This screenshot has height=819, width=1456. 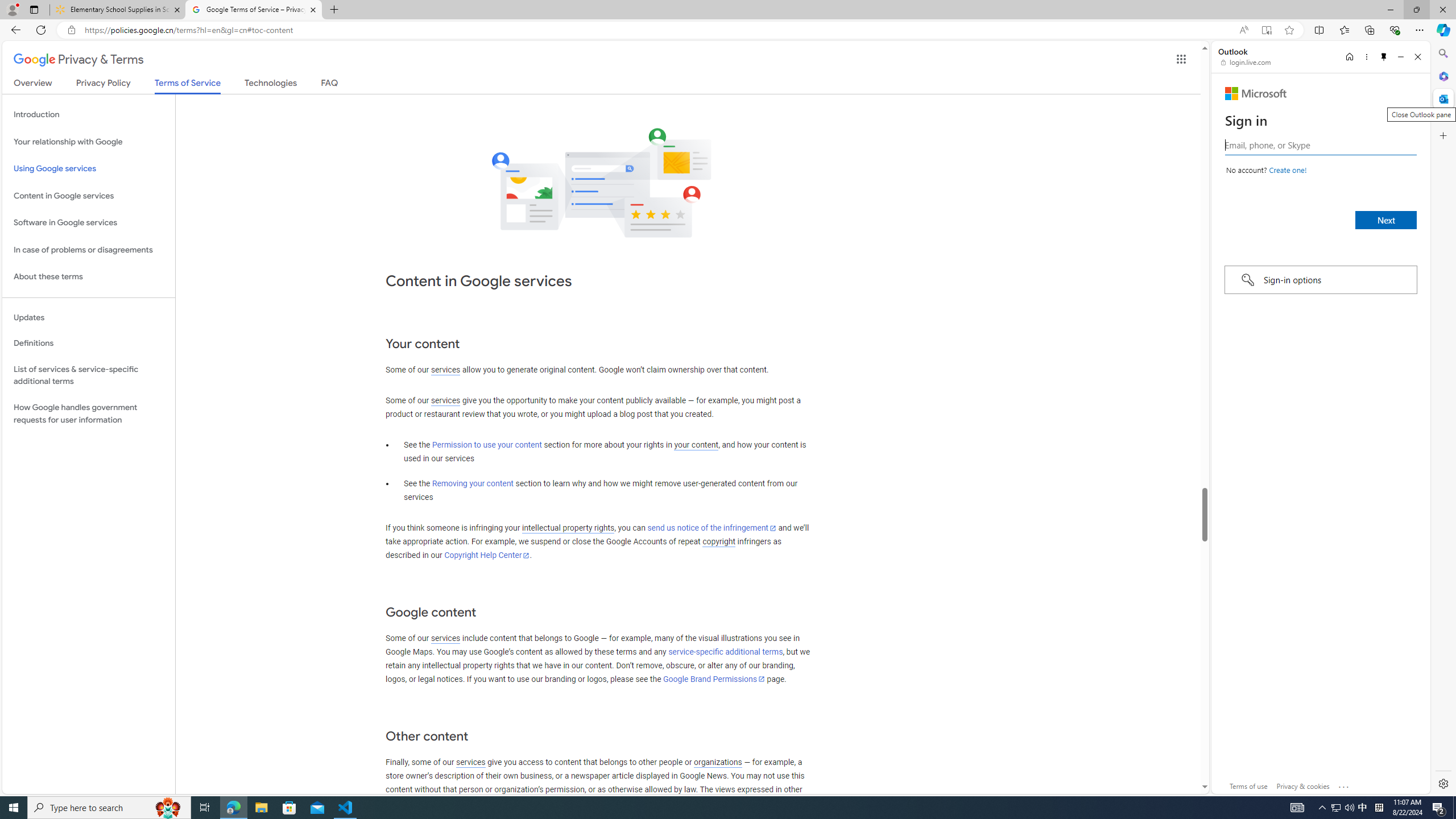 What do you see at coordinates (1246, 61) in the screenshot?
I see `'login.live.com'` at bounding box center [1246, 61].